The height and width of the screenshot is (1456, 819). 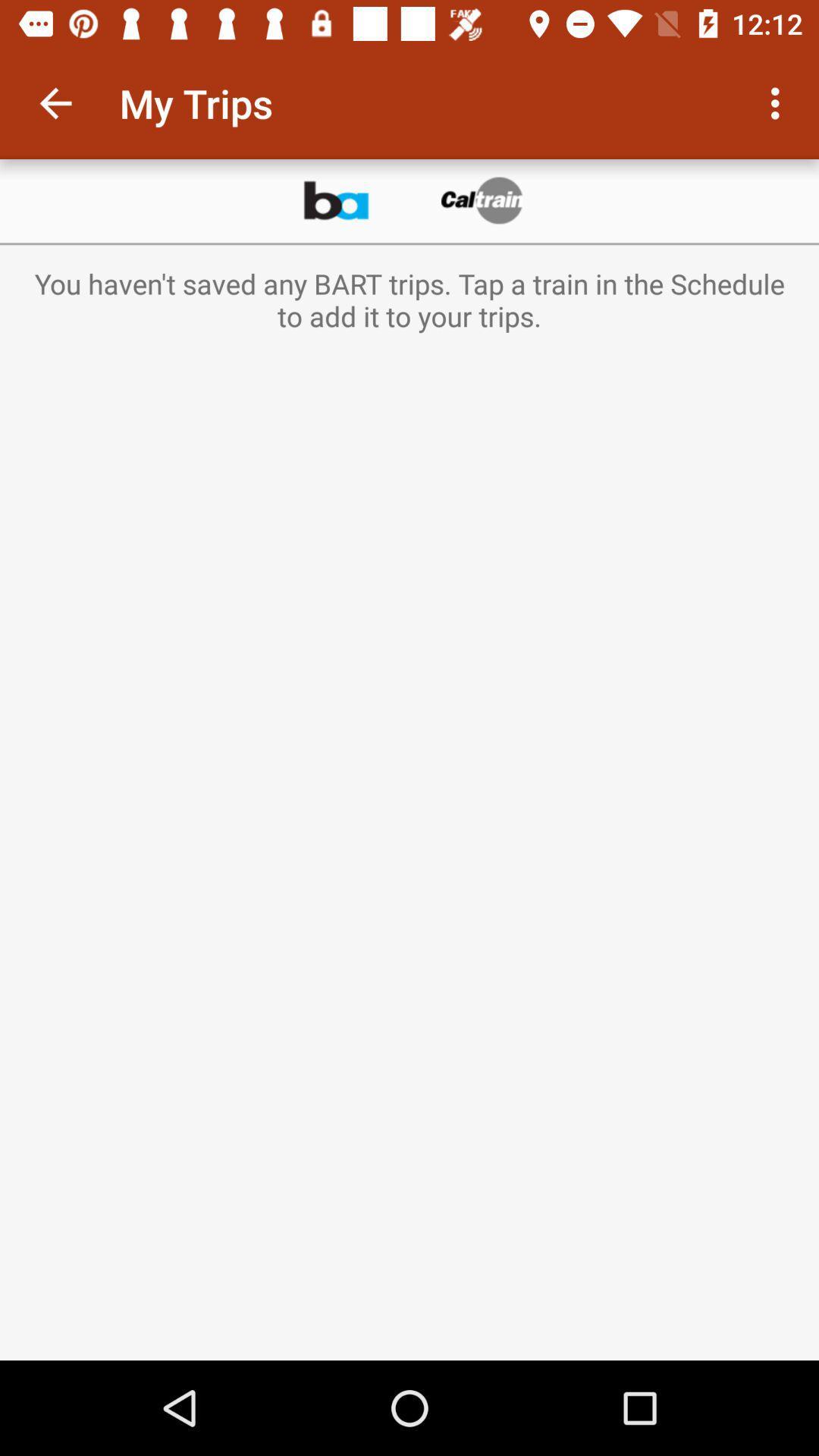 What do you see at coordinates (483, 200) in the screenshot?
I see `open caltrain` at bounding box center [483, 200].